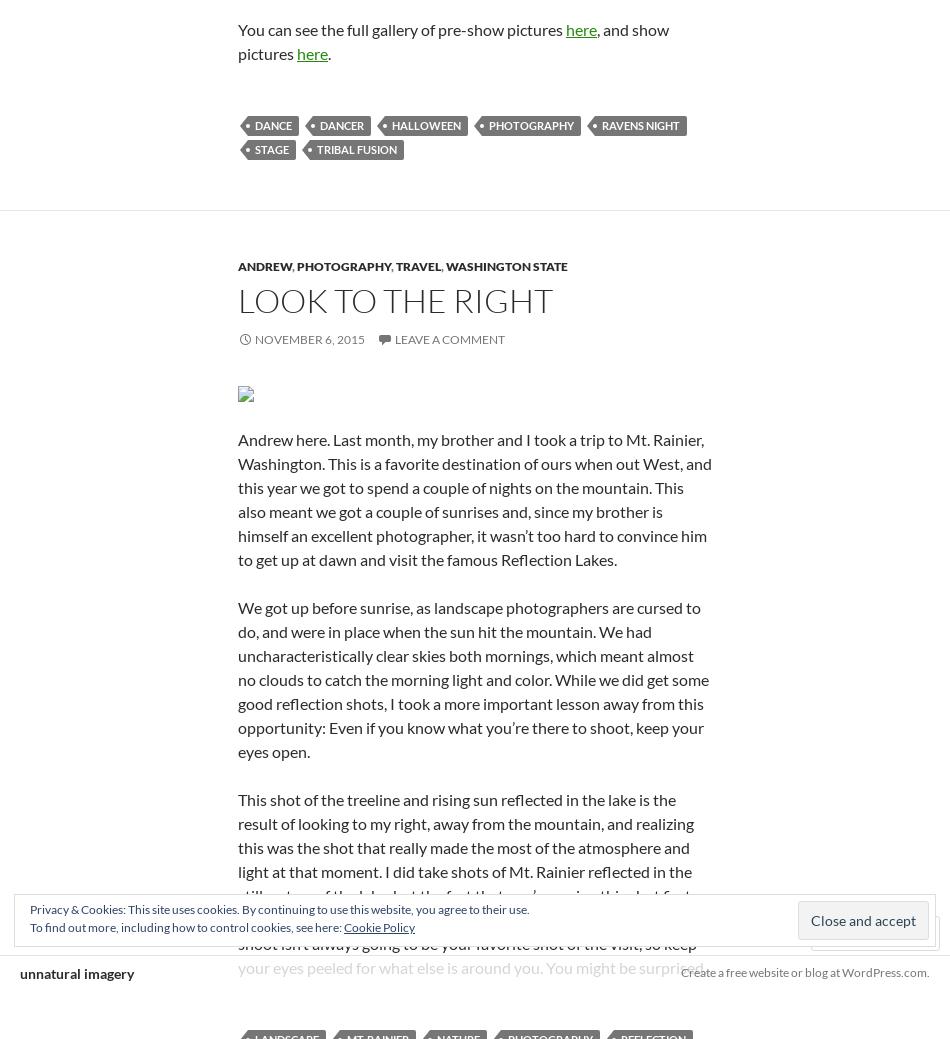 Image resolution: width=950 pixels, height=1039 pixels. I want to click on 'ravens night', so click(640, 124).